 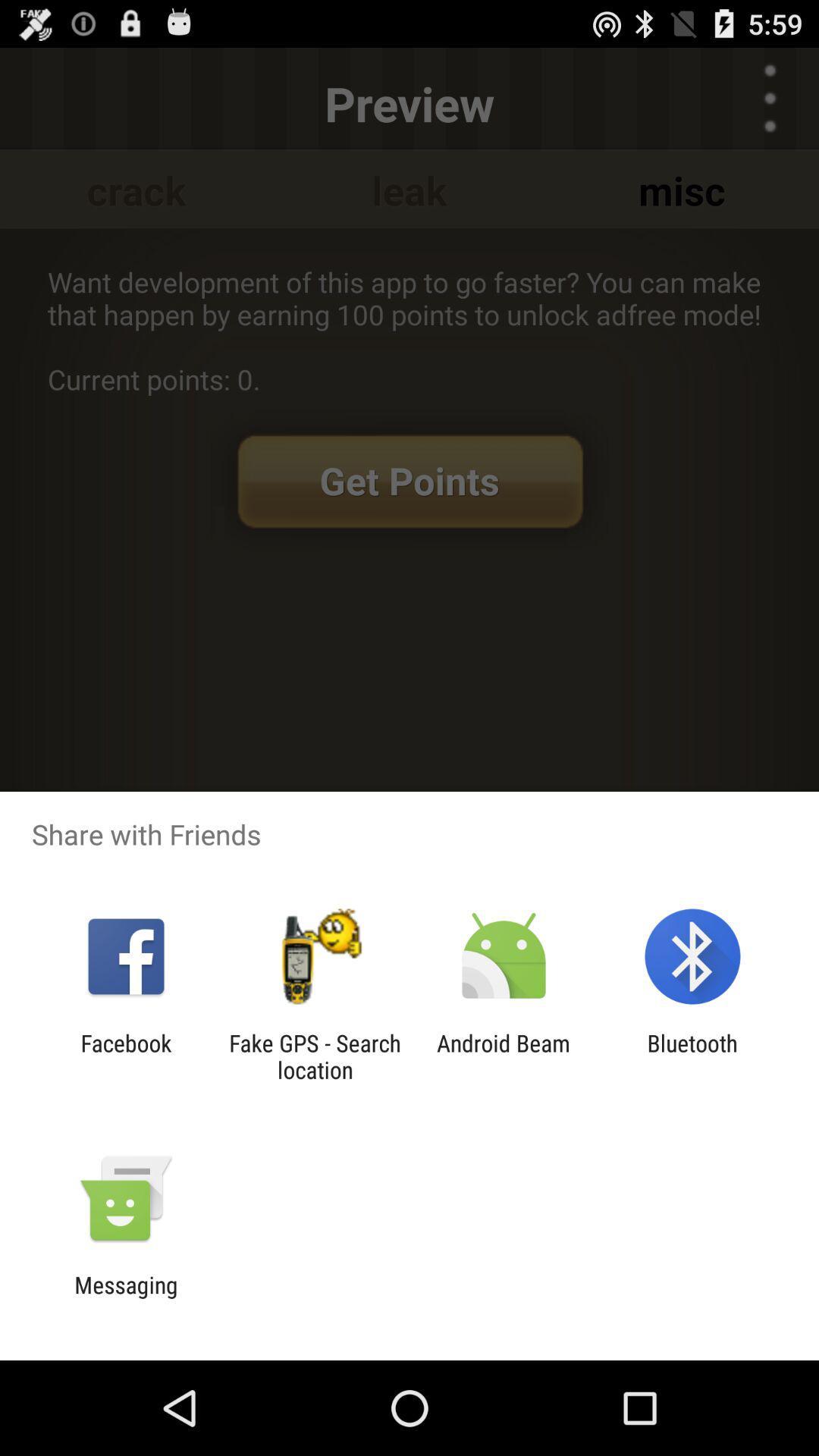 What do you see at coordinates (504, 1056) in the screenshot?
I see `the icon to the left of bluetooth icon` at bounding box center [504, 1056].